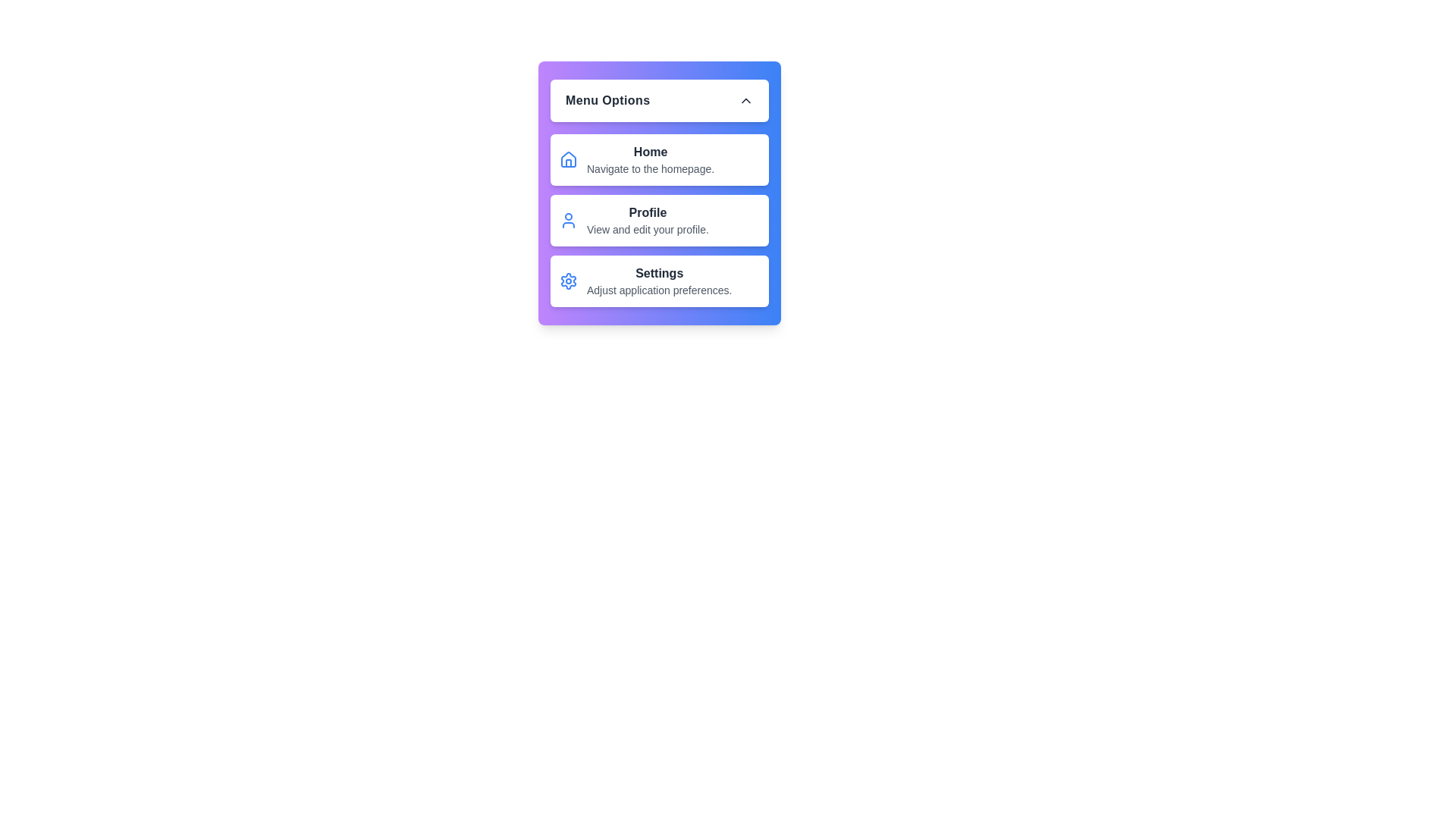 This screenshot has height=819, width=1456. I want to click on the menu item corresponding to Home, so click(659, 160).